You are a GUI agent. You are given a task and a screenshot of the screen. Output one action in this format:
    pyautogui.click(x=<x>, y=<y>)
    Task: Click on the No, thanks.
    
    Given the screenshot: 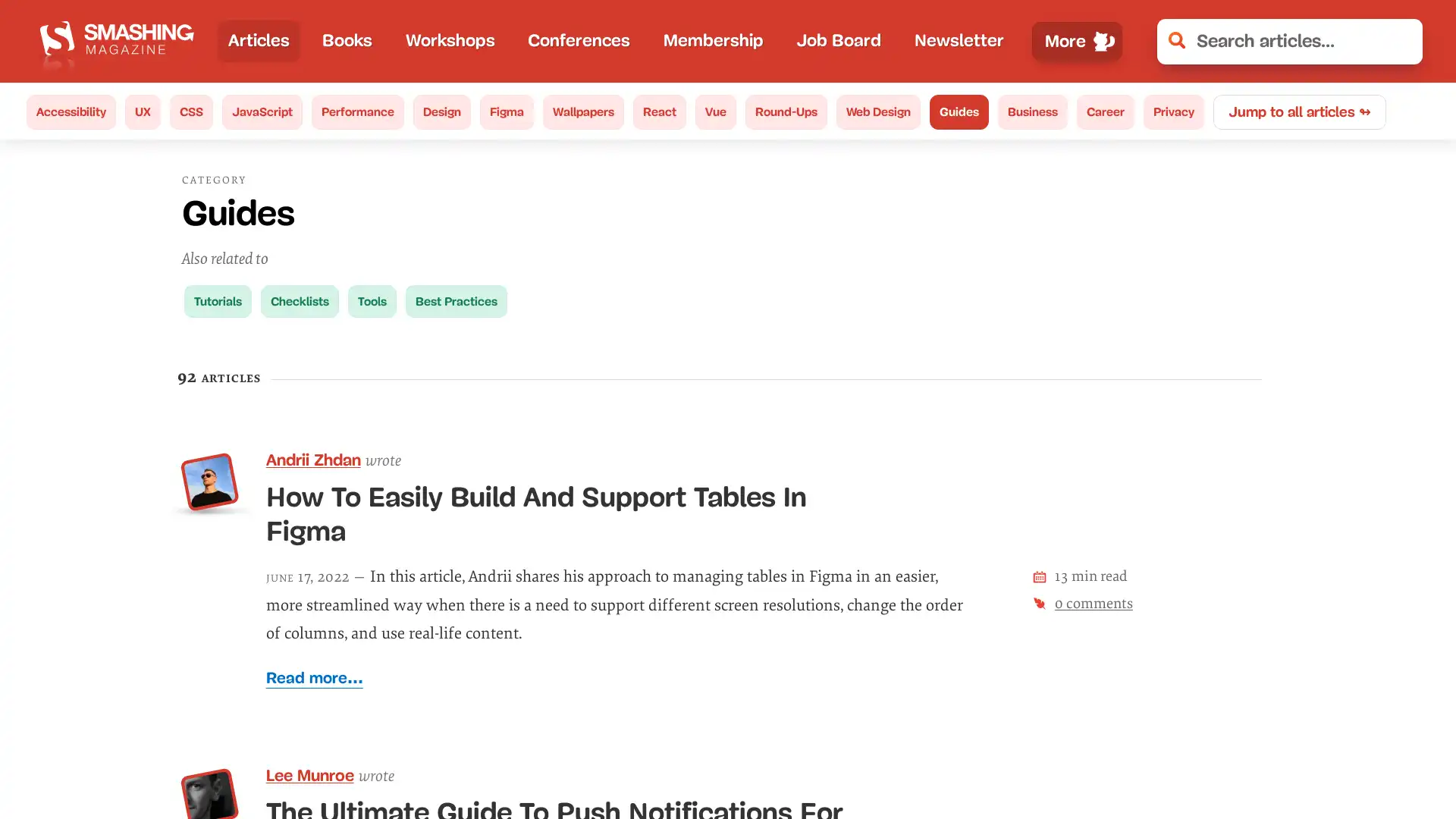 What is the action you would take?
    pyautogui.click(x=1194, y=758)
    